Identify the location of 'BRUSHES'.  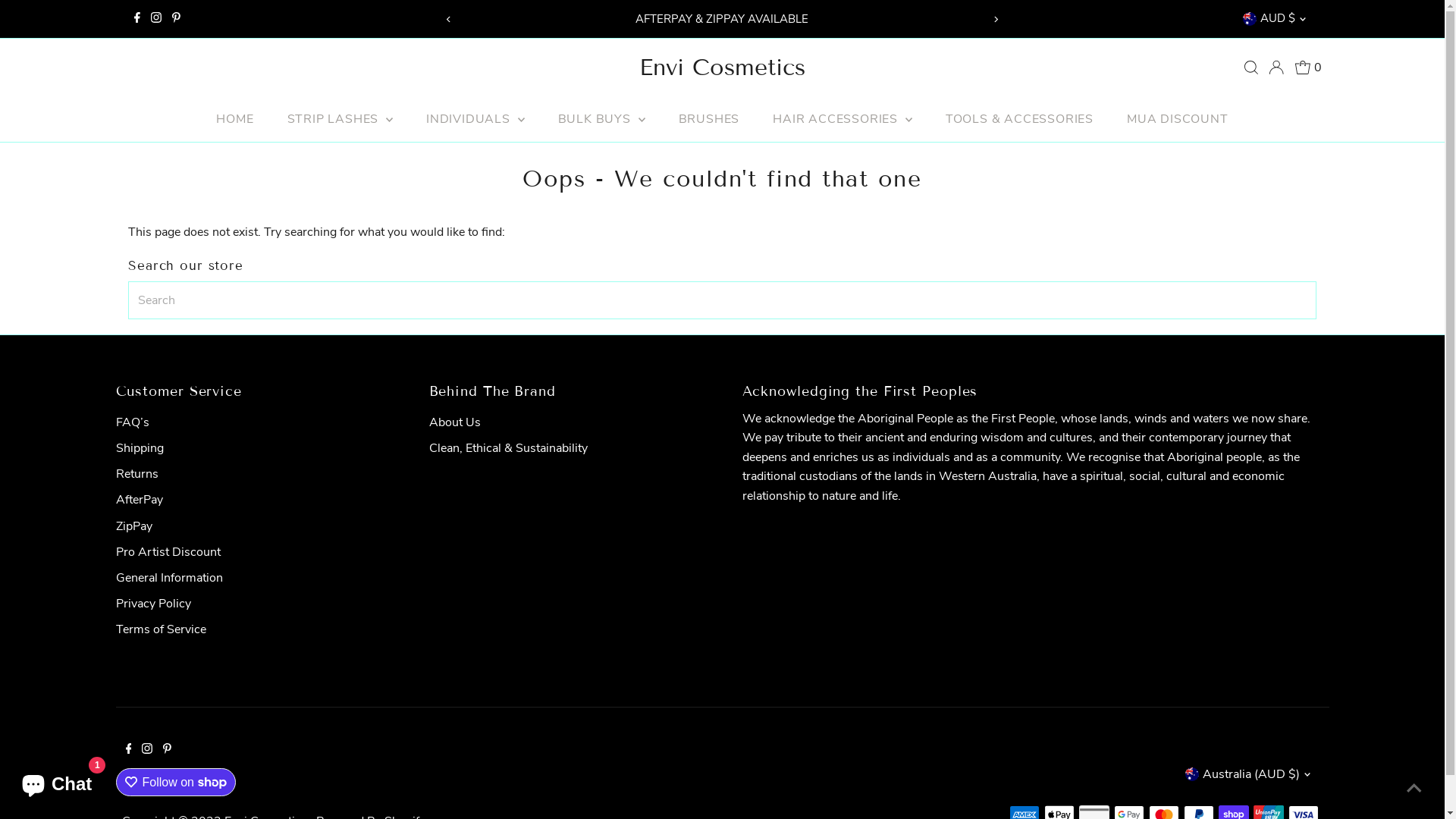
(708, 118).